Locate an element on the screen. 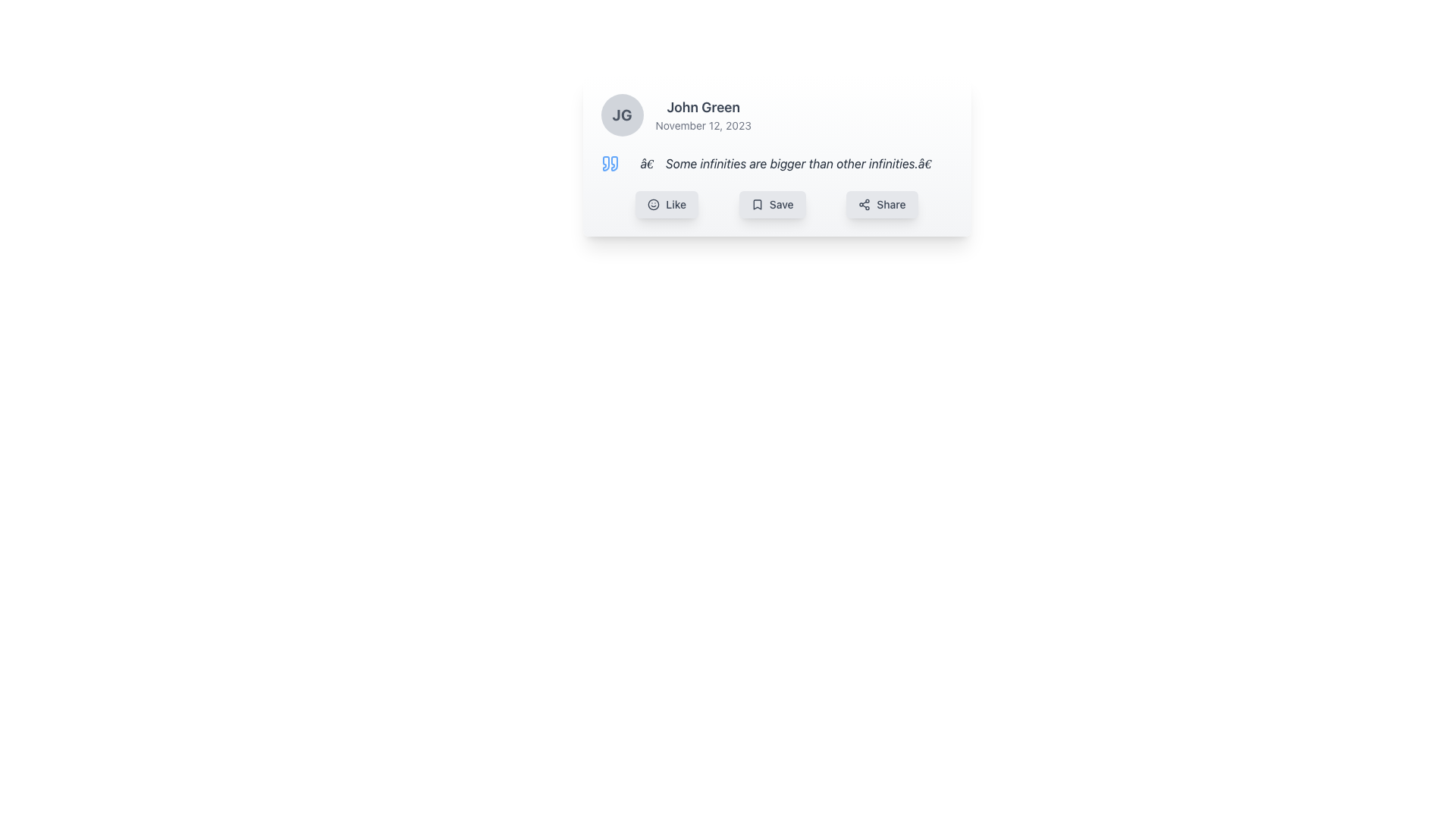  displayed date from the text label showing 'November 12, 2023' located below 'John Green' in a card-like layout is located at coordinates (702, 124).